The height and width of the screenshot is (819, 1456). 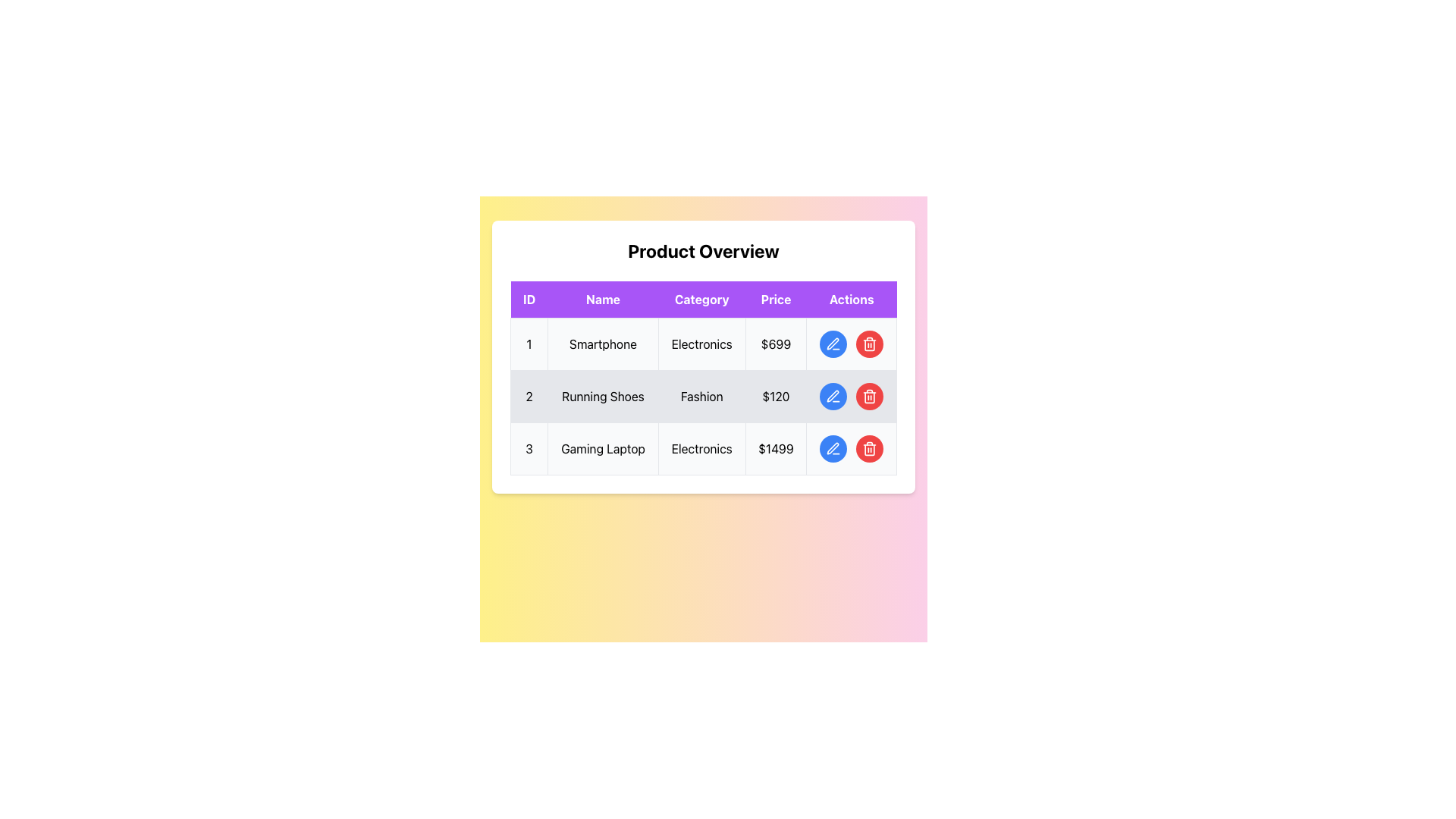 I want to click on the edit icon button in the 'Actions' column for the 'Running Shoes' item, so click(x=833, y=396).